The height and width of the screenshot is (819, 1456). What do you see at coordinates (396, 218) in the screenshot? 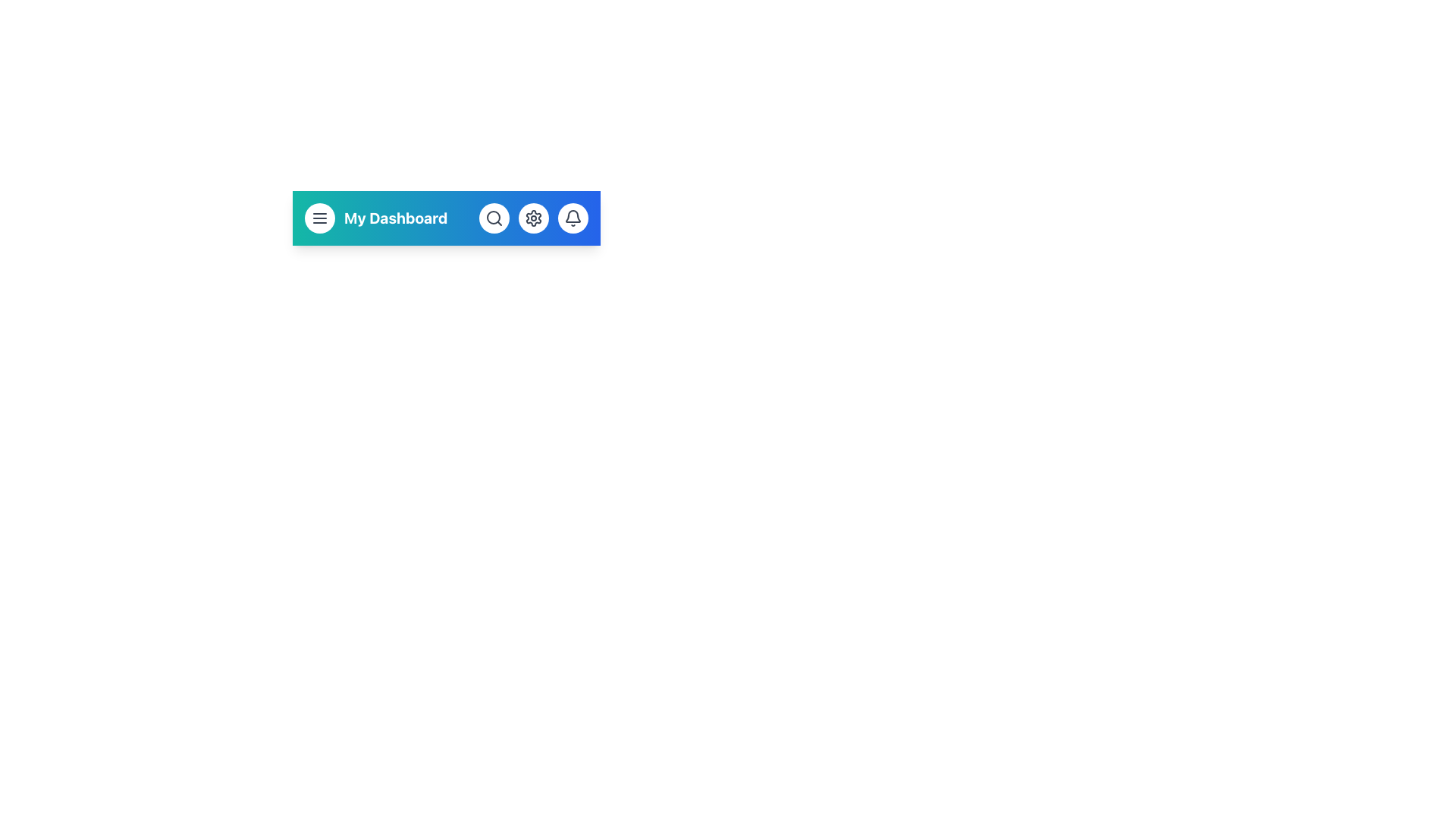
I see `the text label that represents the dashboard section of the application, located in the navigation bar to the right of the menu icon` at bounding box center [396, 218].